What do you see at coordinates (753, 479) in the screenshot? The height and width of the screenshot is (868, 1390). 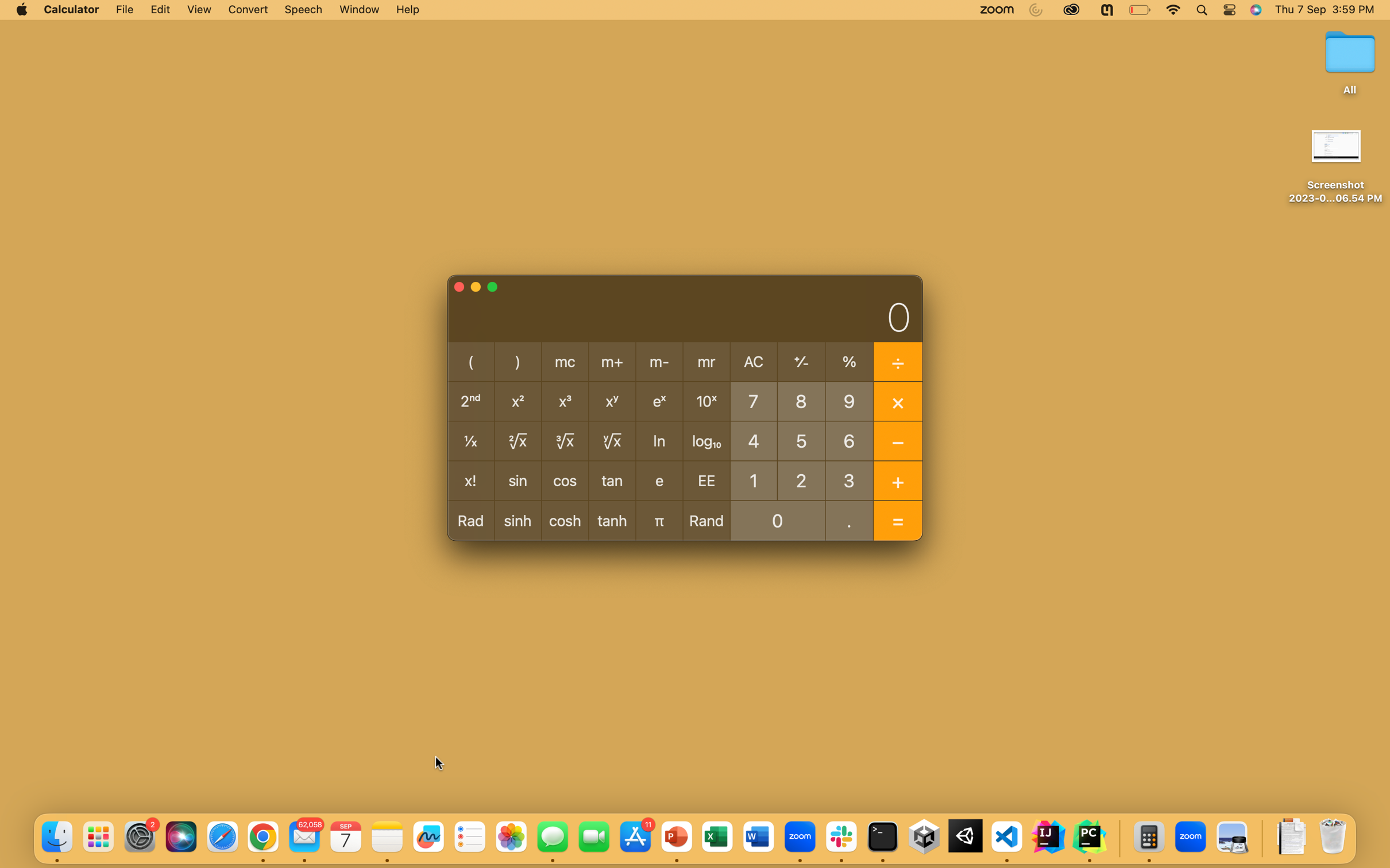 I see `Deduct 5 from the number 10` at bounding box center [753, 479].